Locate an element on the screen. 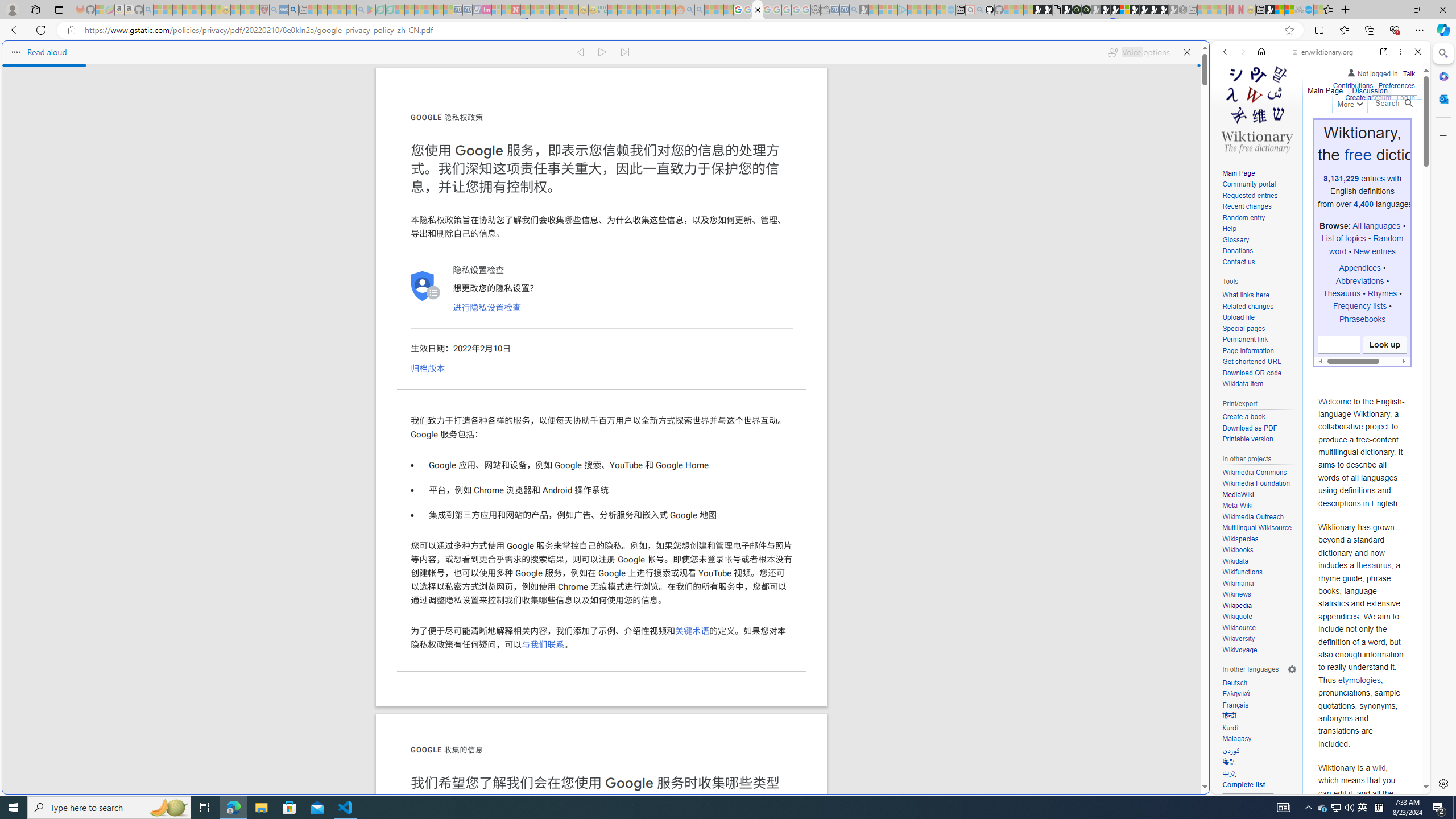 The image size is (1456, 819). 'Meta-Wiki' is located at coordinates (1238, 505).